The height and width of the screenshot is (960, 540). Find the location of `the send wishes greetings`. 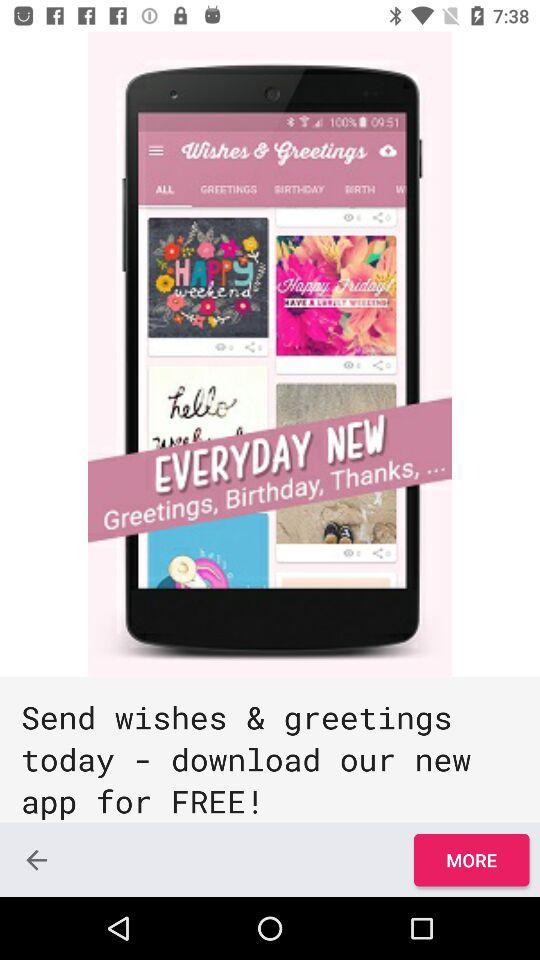

the send wishes greetings is located at coordinates (270, 749).